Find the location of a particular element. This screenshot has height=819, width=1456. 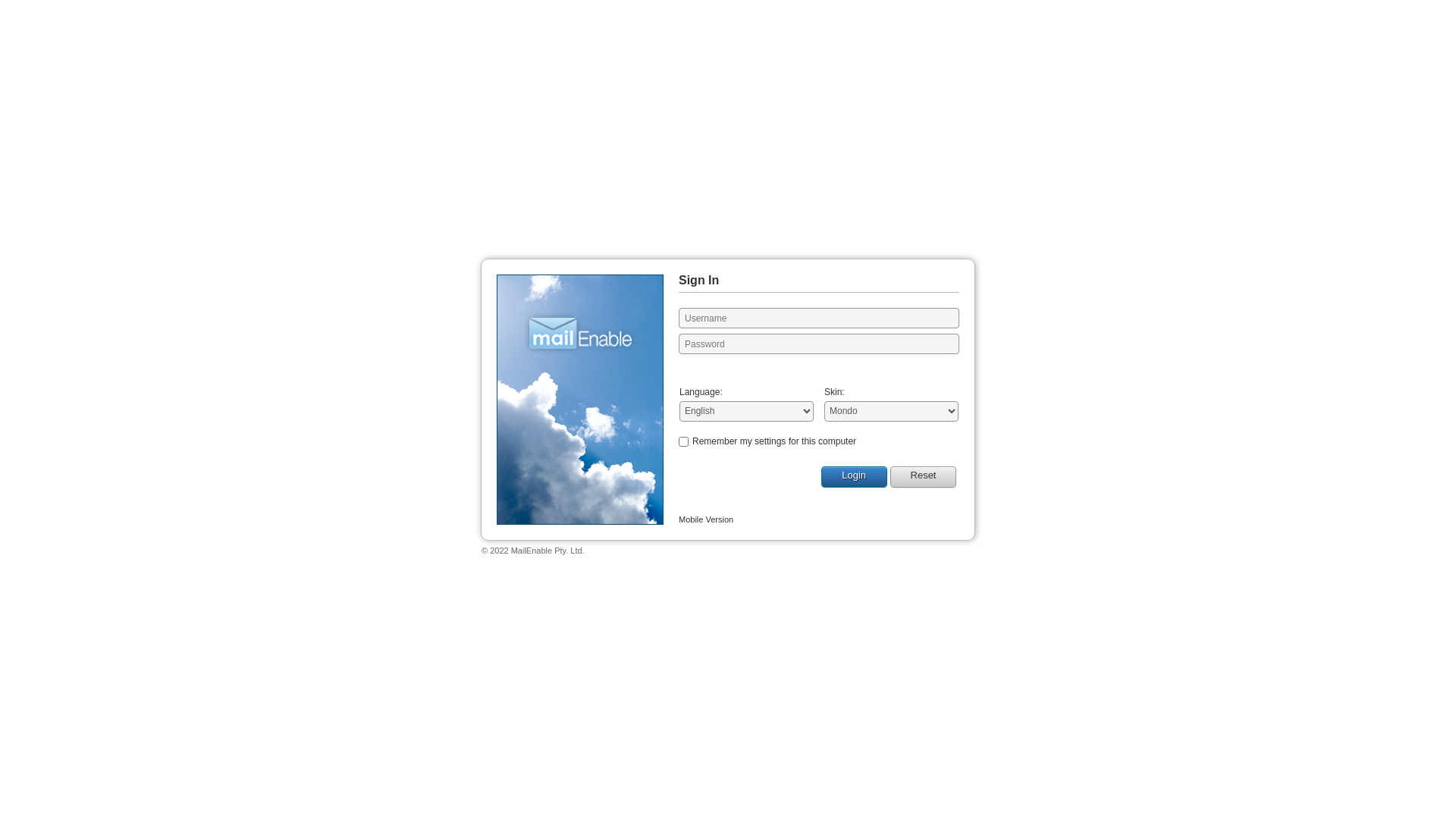

'Mobile Version' is located at coordinates (705, 519).